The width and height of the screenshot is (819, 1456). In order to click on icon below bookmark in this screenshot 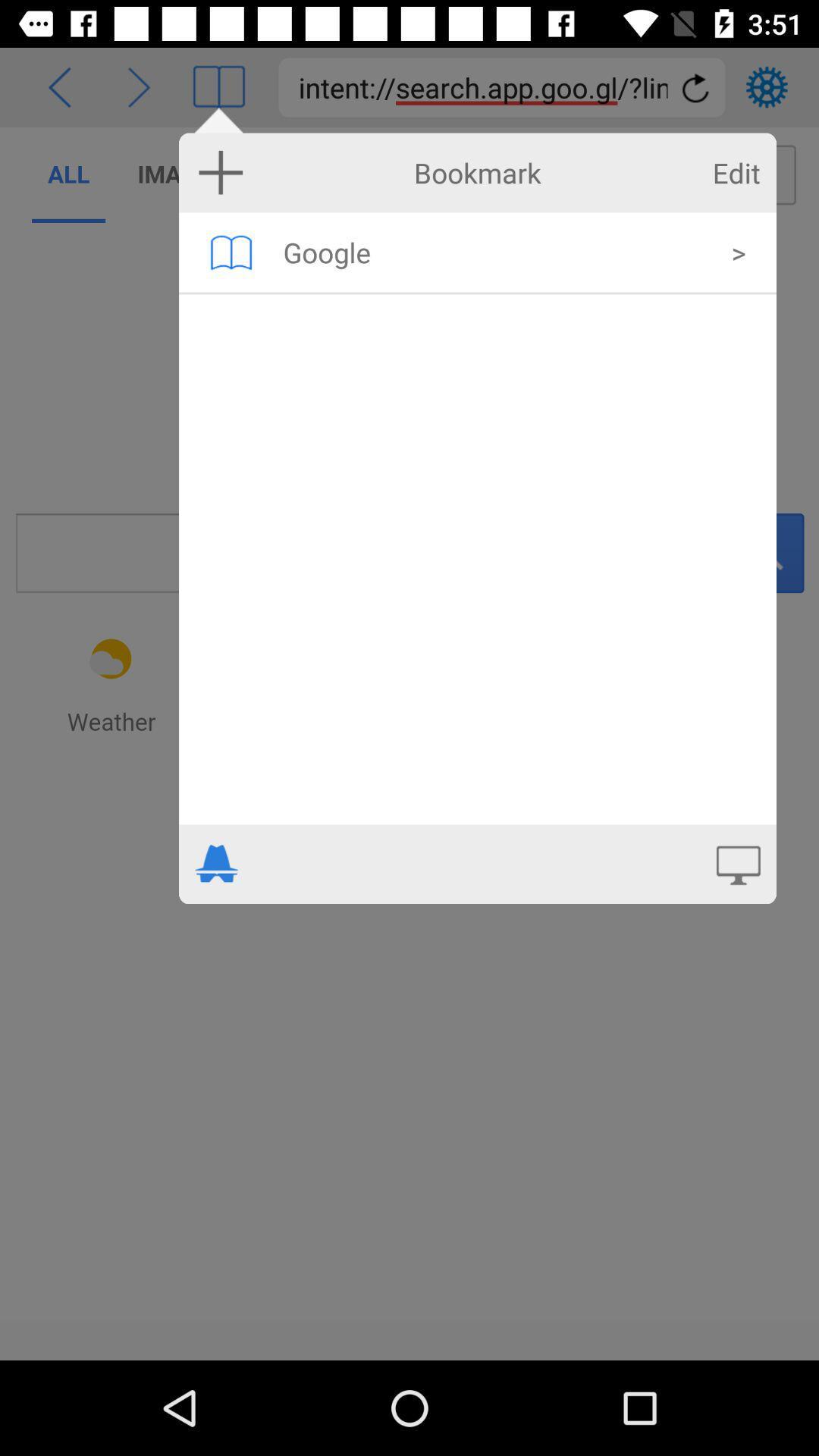, I will do `click(231, 252)`.